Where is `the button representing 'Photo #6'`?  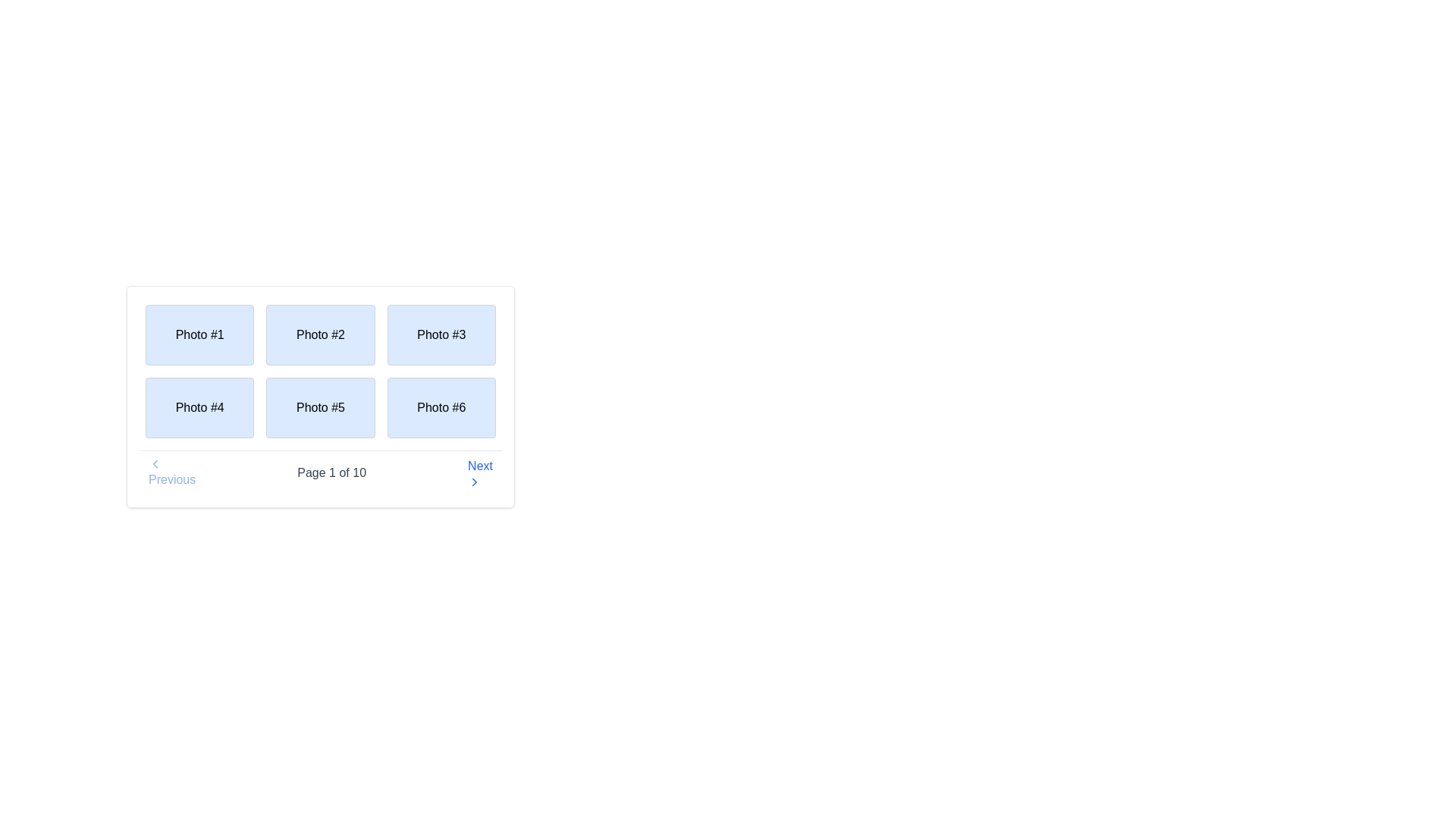
the button representing 'Photo #6' is located at coordinates (441, 406).